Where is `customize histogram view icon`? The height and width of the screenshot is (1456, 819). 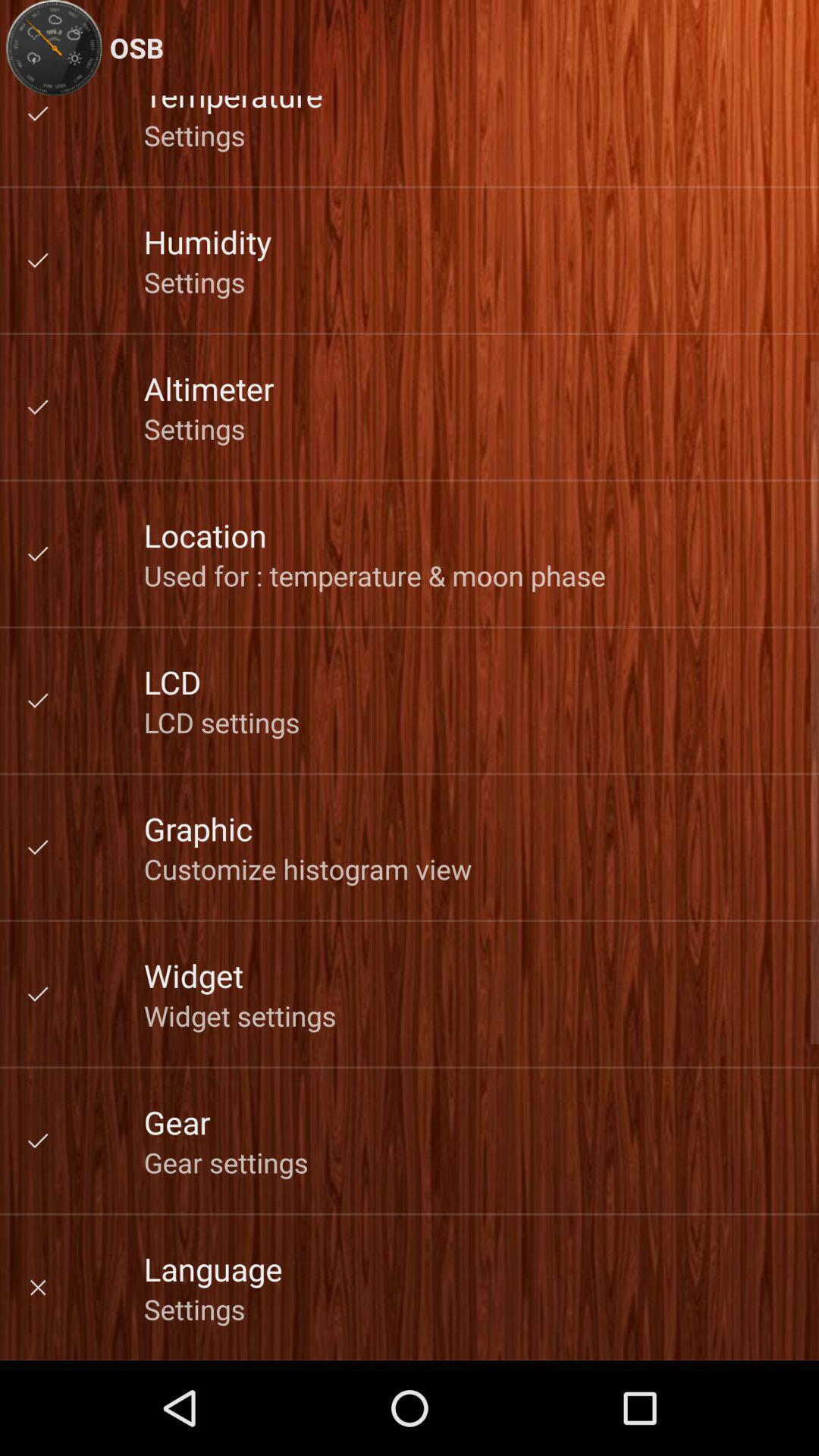
customize histogram view icon is located at coordinates (307, 869).